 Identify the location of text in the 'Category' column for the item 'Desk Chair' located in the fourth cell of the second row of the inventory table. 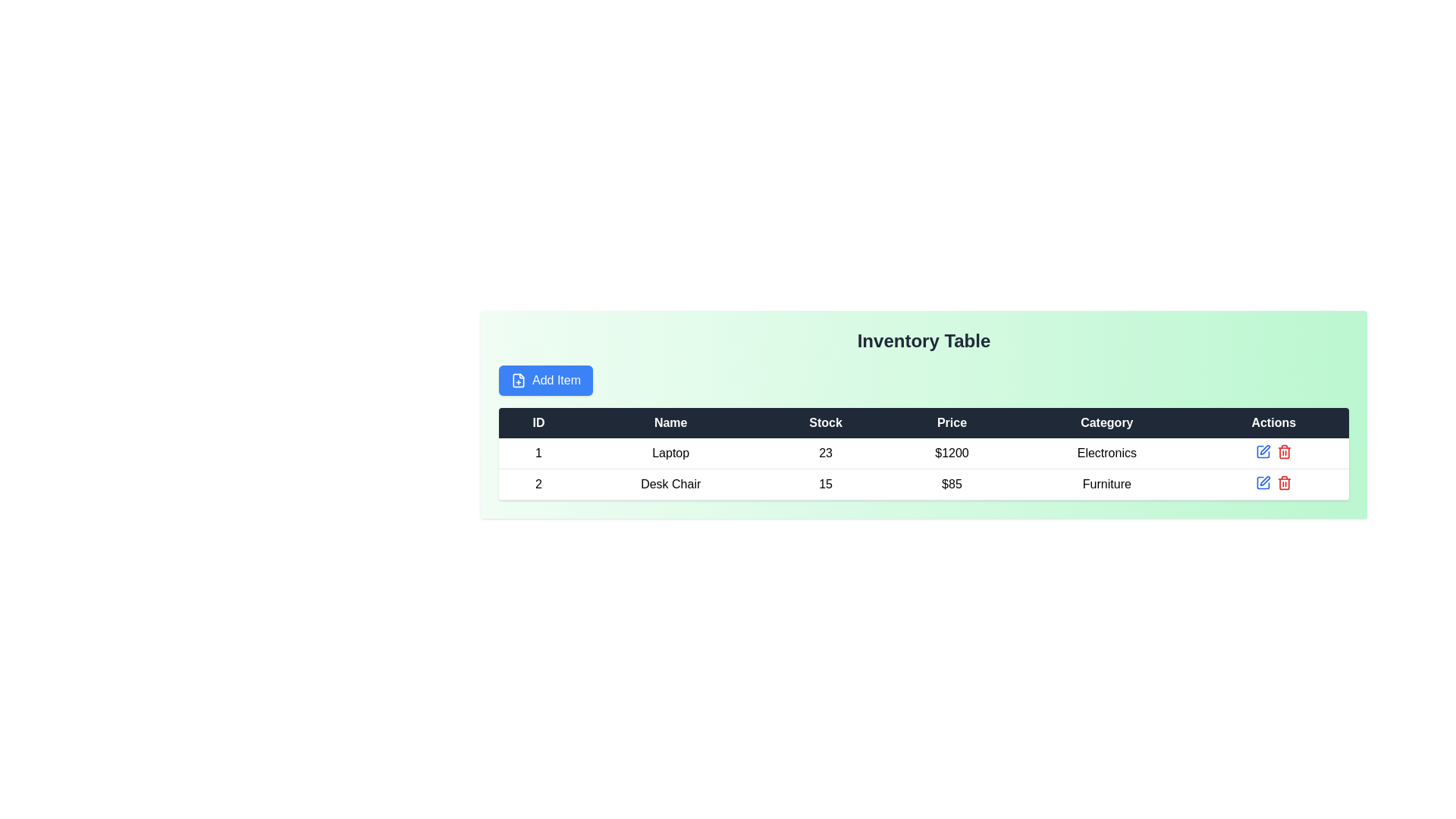
(1106, 485).